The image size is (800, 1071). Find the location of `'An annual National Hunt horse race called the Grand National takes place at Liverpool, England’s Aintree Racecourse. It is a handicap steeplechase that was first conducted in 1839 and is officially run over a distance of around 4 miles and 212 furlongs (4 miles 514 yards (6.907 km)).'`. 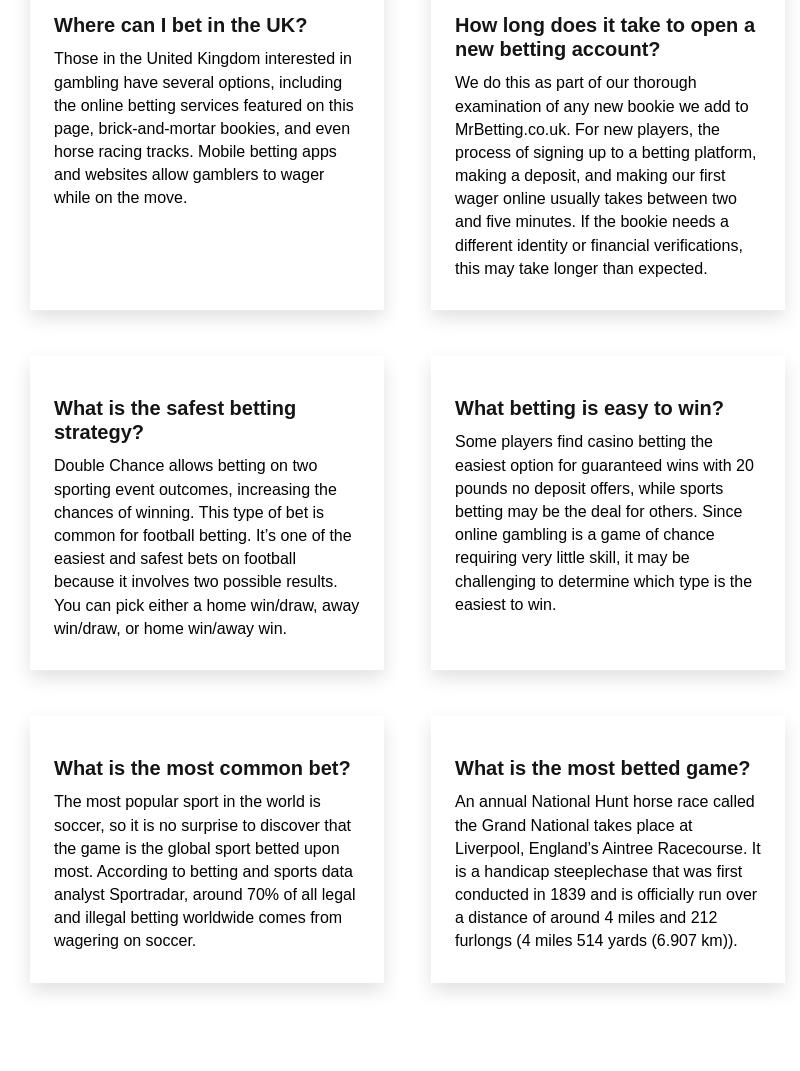

'An annual National Hunt horse race called the Grand National takes place at Liverpool, England’s Aintree Racecourse. It is a handicap steeplechase that was first conducted in 1839 and is officially run over a distance of around 4 miles and 212 furlongs (4 miles 514 yards (6.907 km)).' is located at coordinates (607, 871).